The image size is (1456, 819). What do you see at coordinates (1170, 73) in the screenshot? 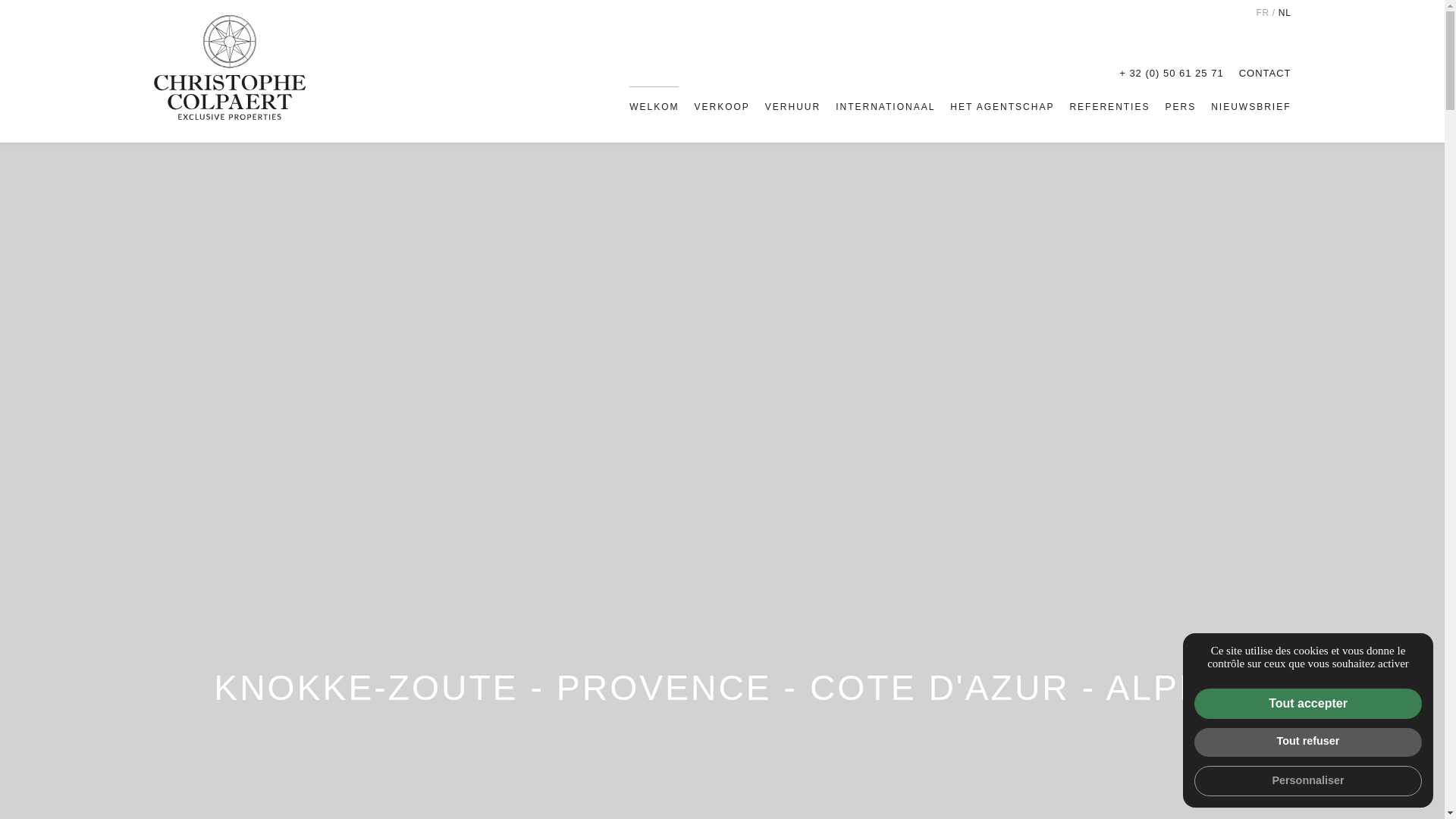
I see `'+ 32 (0) 50 61 25 71'` at bounding box center [1170, 73].